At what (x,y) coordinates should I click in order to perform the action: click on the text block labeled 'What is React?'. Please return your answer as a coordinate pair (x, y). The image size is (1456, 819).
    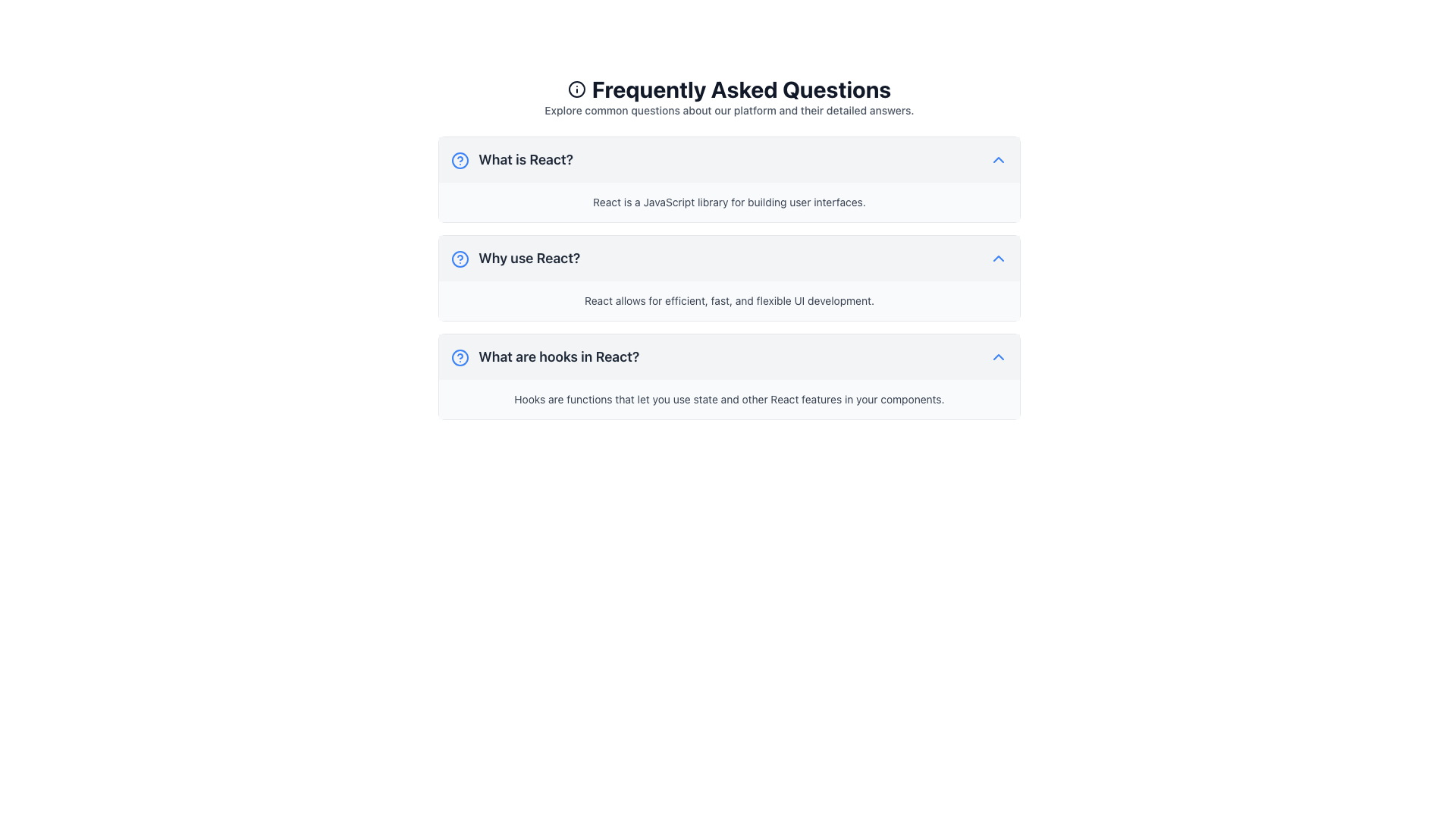
    Looking at the image, I should click on (512, 160).